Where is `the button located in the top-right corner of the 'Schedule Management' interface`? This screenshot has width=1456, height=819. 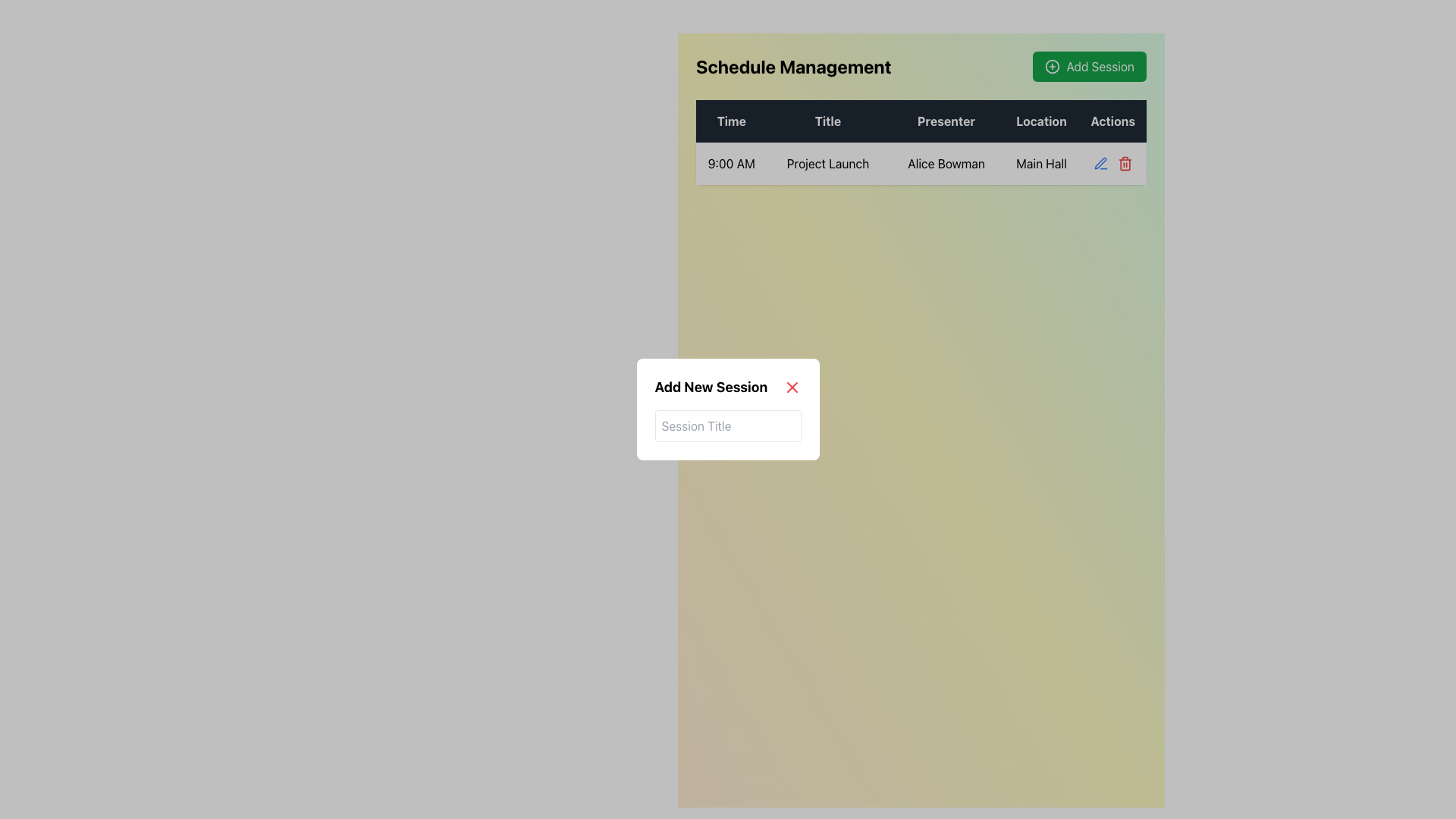 the button located in the top-right corner of the 'Schedule Management' interface is located at coordinates (1088, 66).